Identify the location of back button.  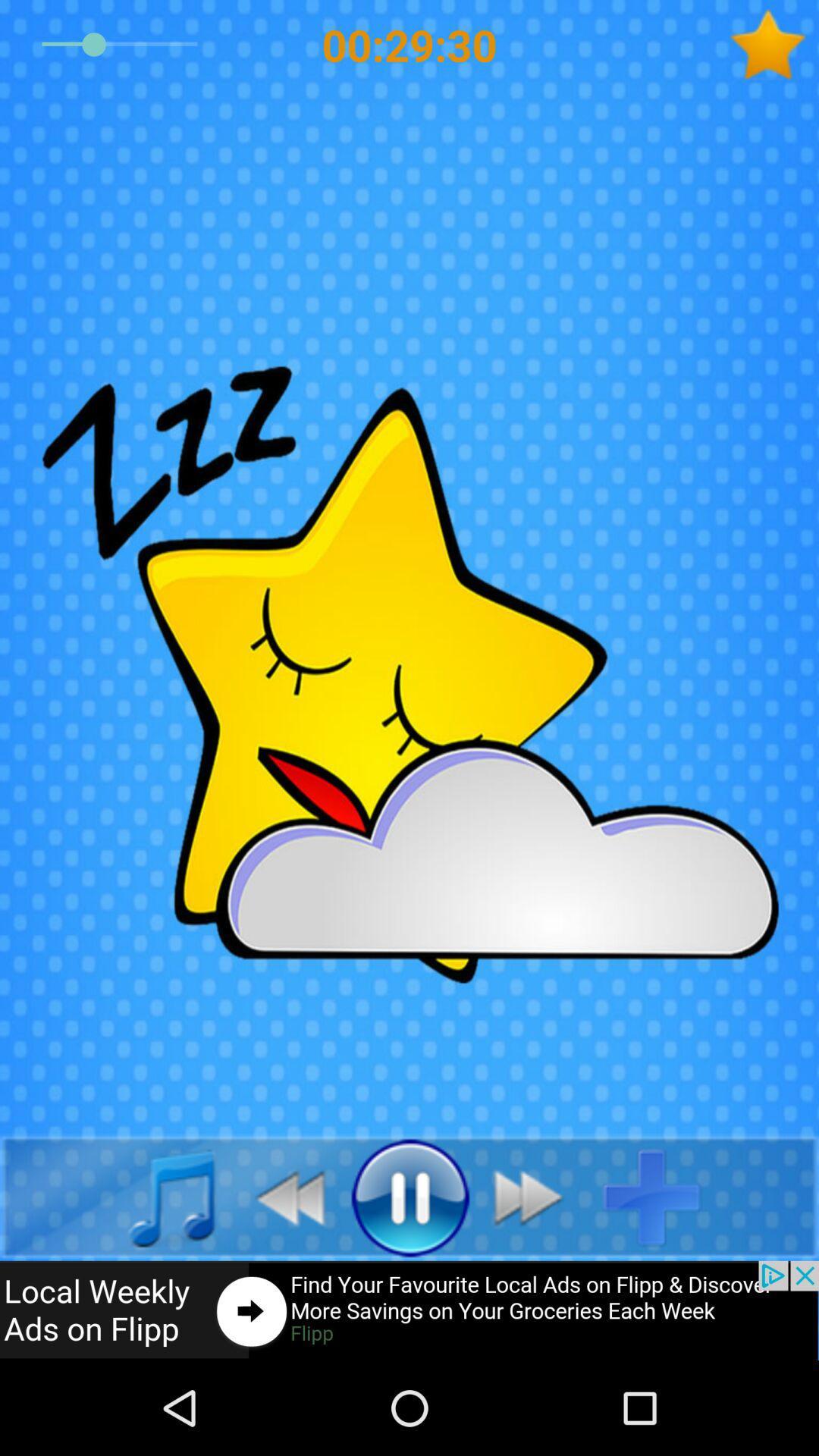
(155, 1196).